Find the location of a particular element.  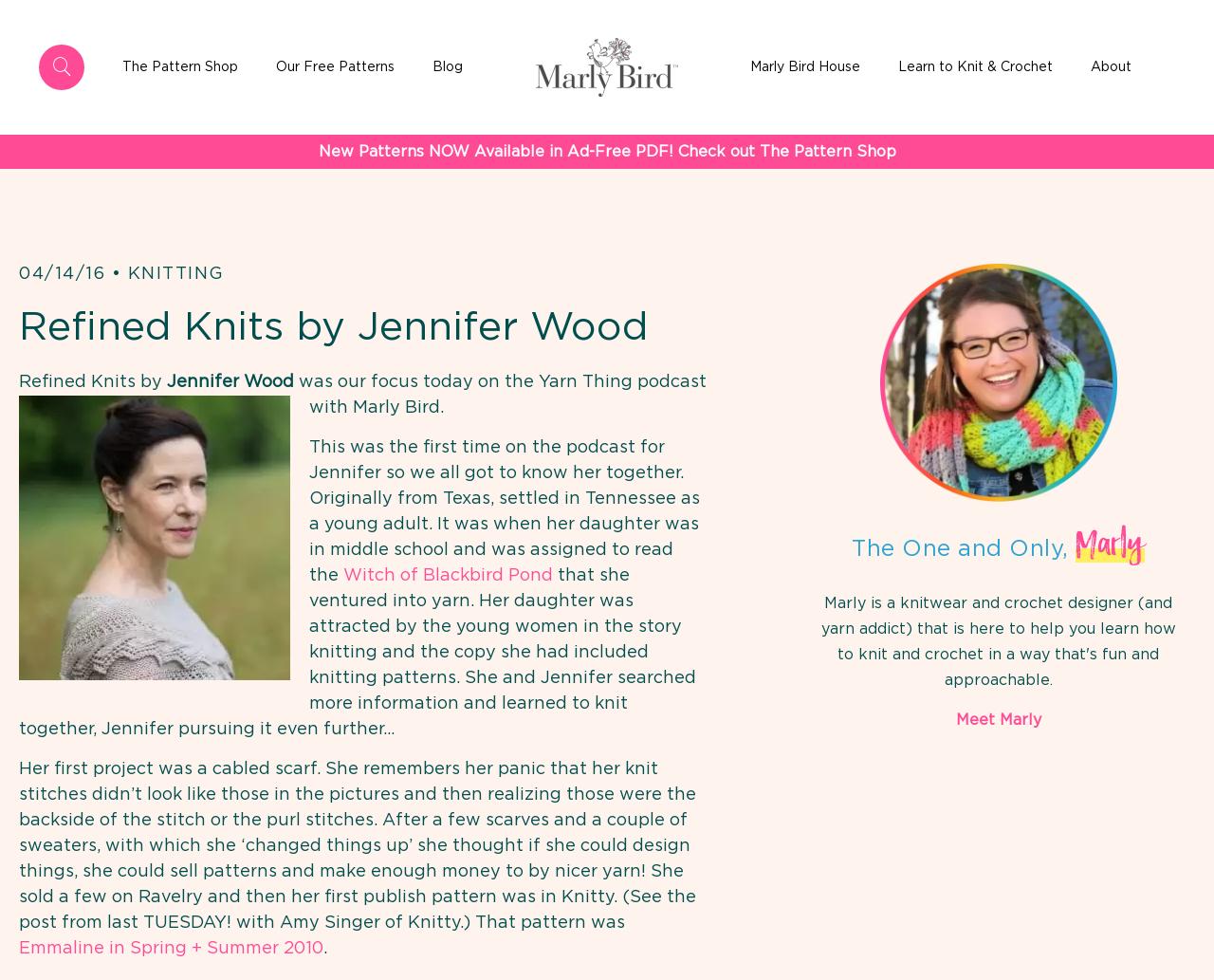

'Marly' is located at coordinates (1110, 544).